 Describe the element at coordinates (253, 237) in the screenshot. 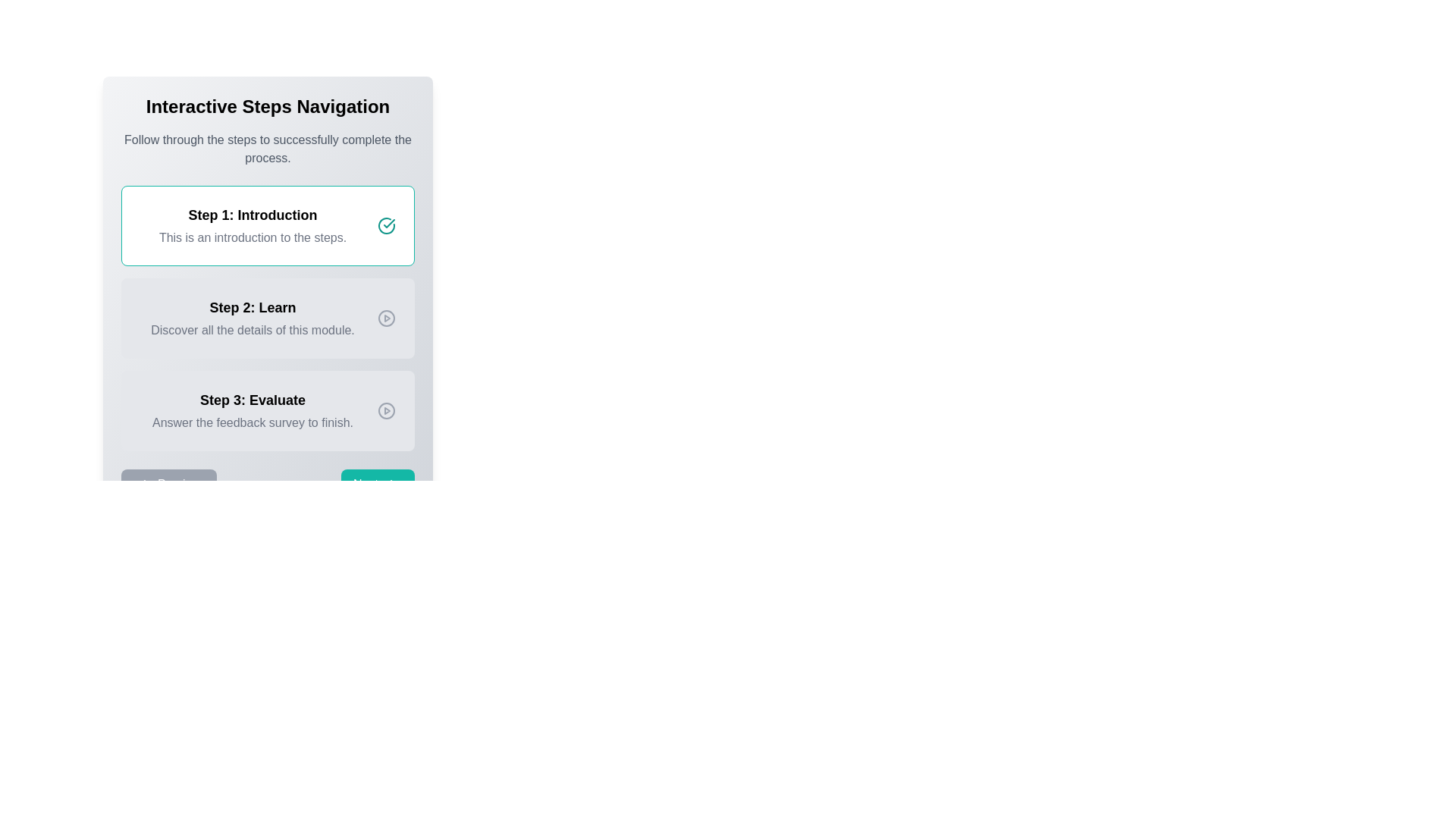

I see `the descriptive text element providing information about 'Step 1' in the interactive steps navigation panel, located beneath the bold title 'Step 1: Introduction'` at that location.